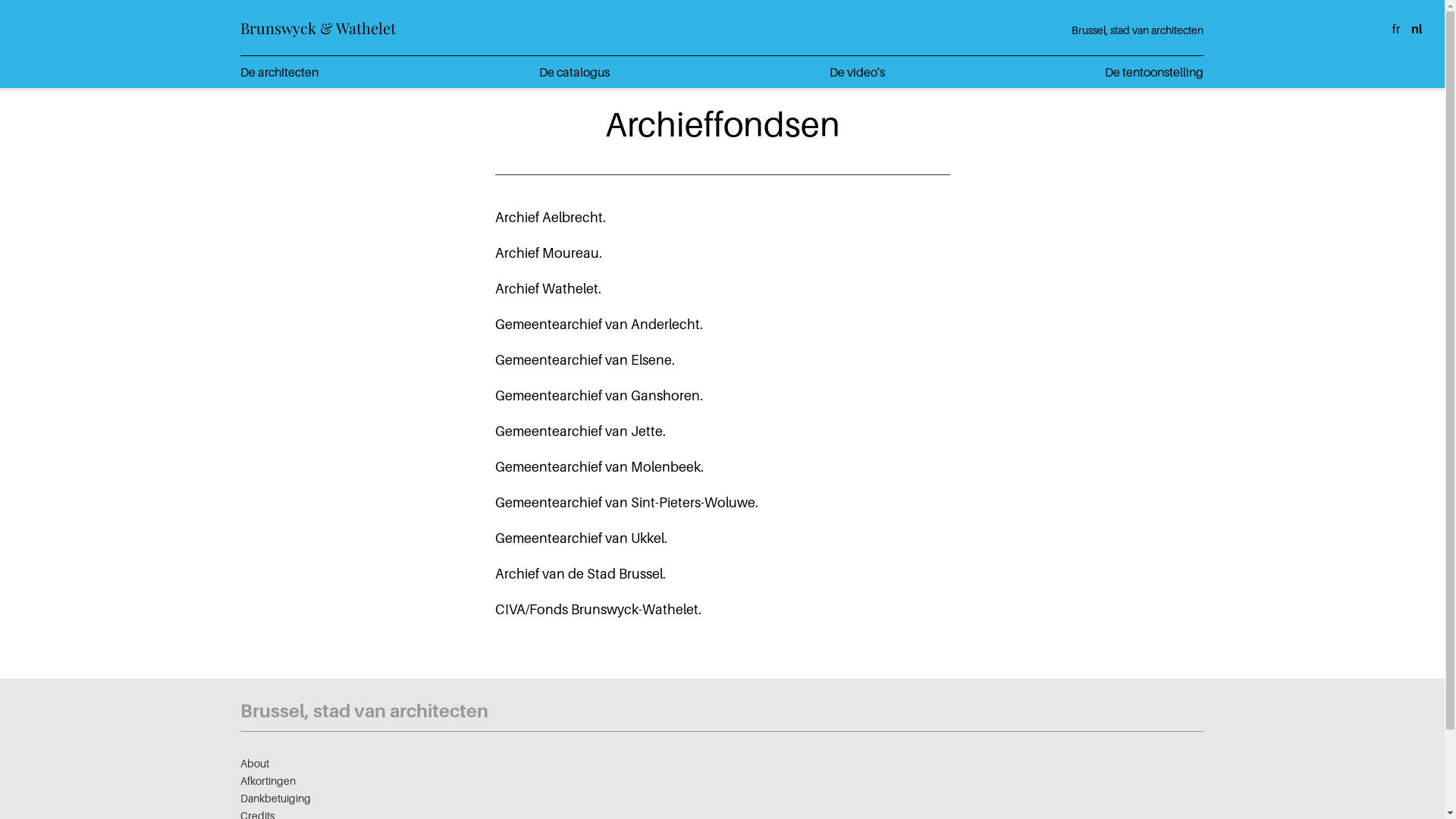  What do you see at coordinates (317, 27) in the screenshot?
I see `'Brunswyck & Wathelet'` at bounding box center [317, 27].